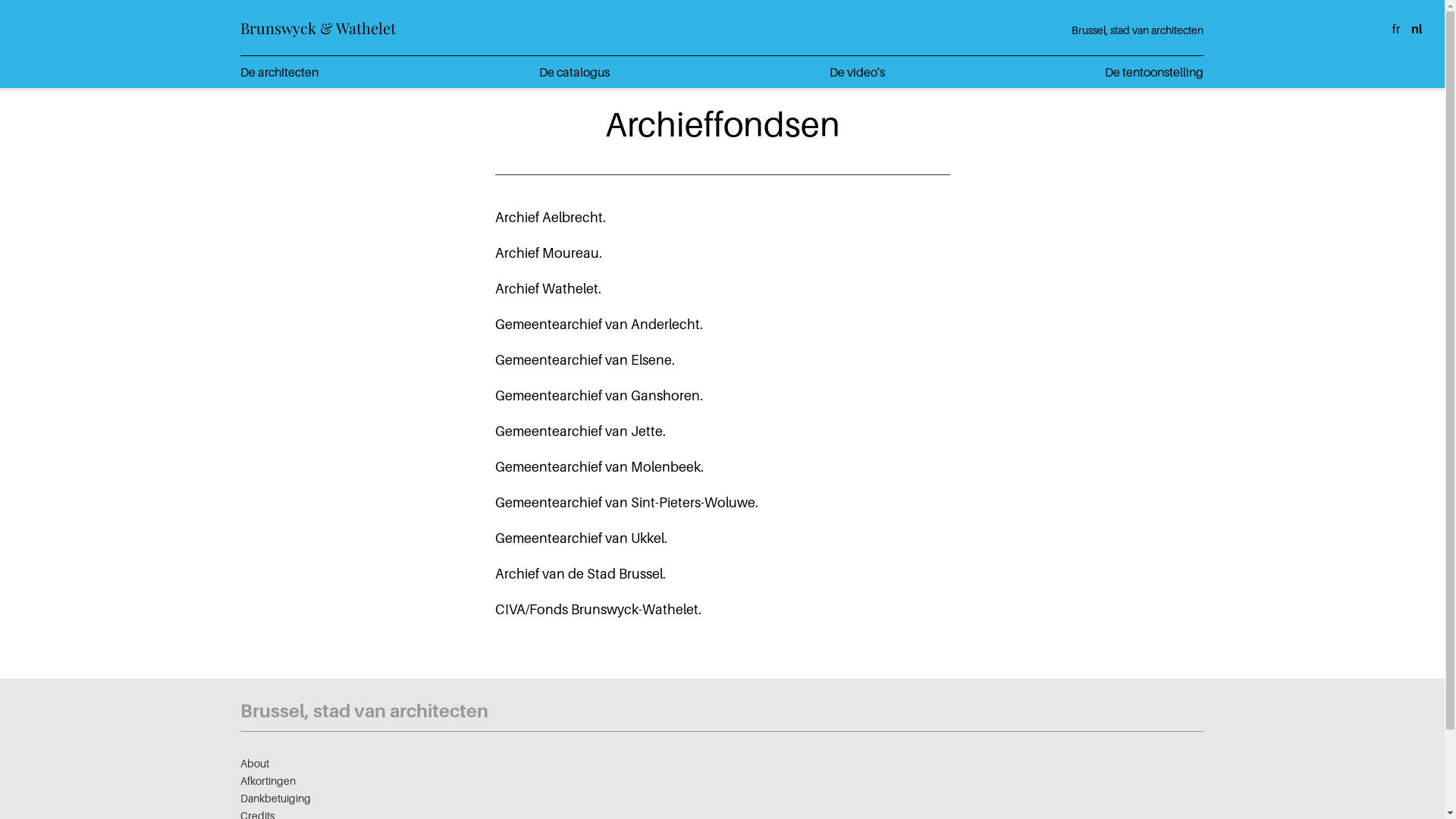  What do you see at coordinates (317, 27) in the screenshot?
I see `'Brunswyck & Wathelet'` at bounding box center [317, 27].